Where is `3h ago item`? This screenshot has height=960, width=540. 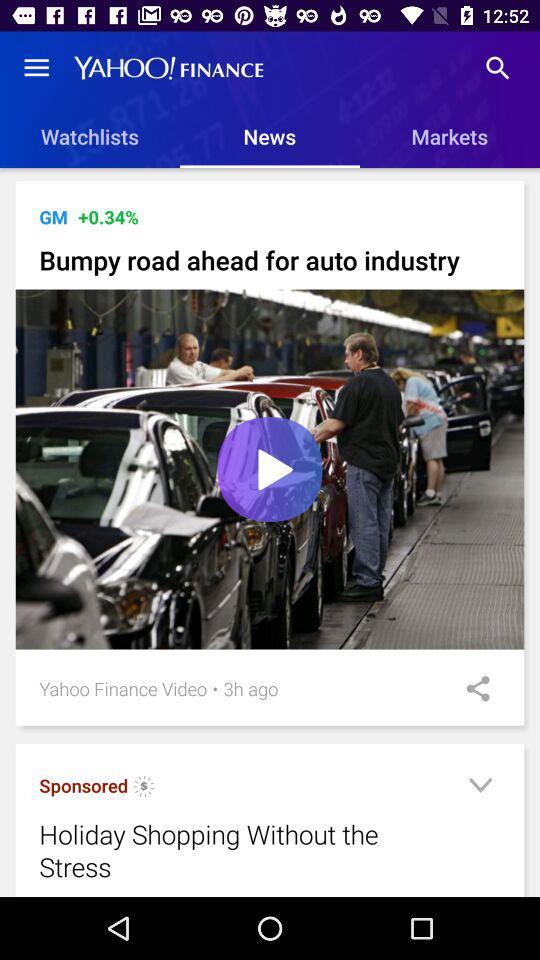 3h ago item is located at coordinates (250, 688).